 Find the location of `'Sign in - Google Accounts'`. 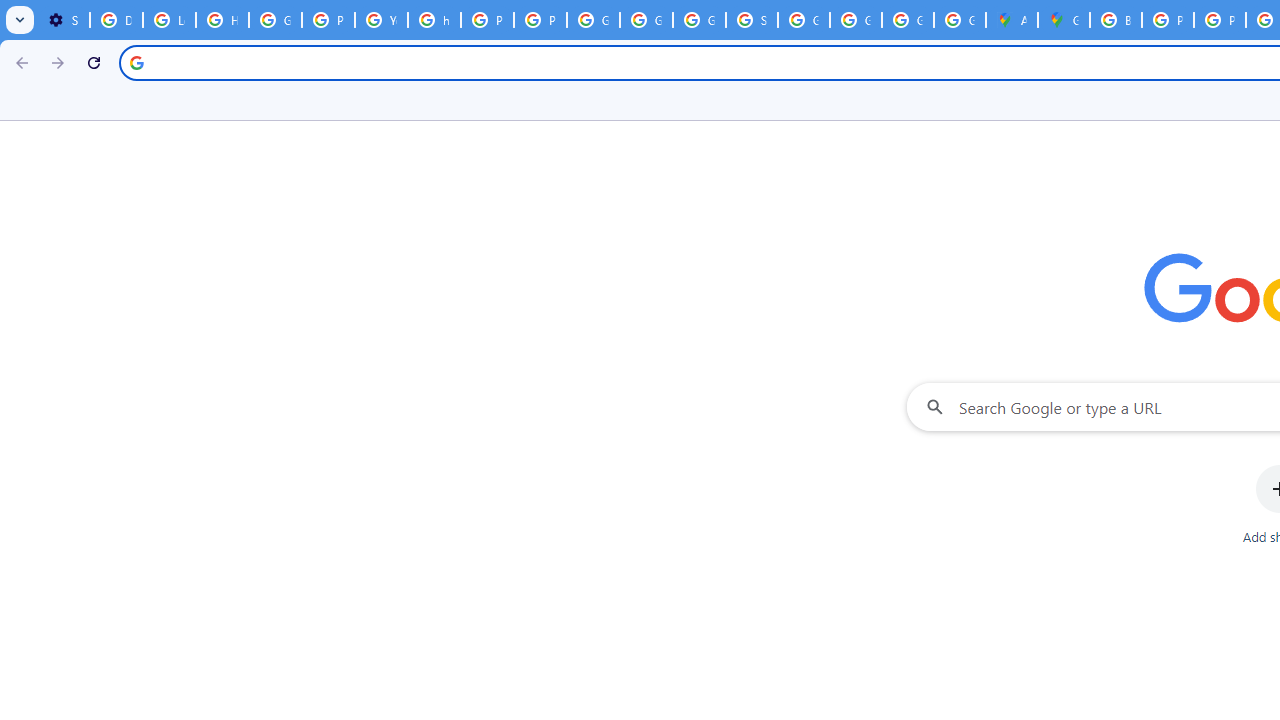

'Sign in - Google Accounts' is located at coordinates (751, 20).